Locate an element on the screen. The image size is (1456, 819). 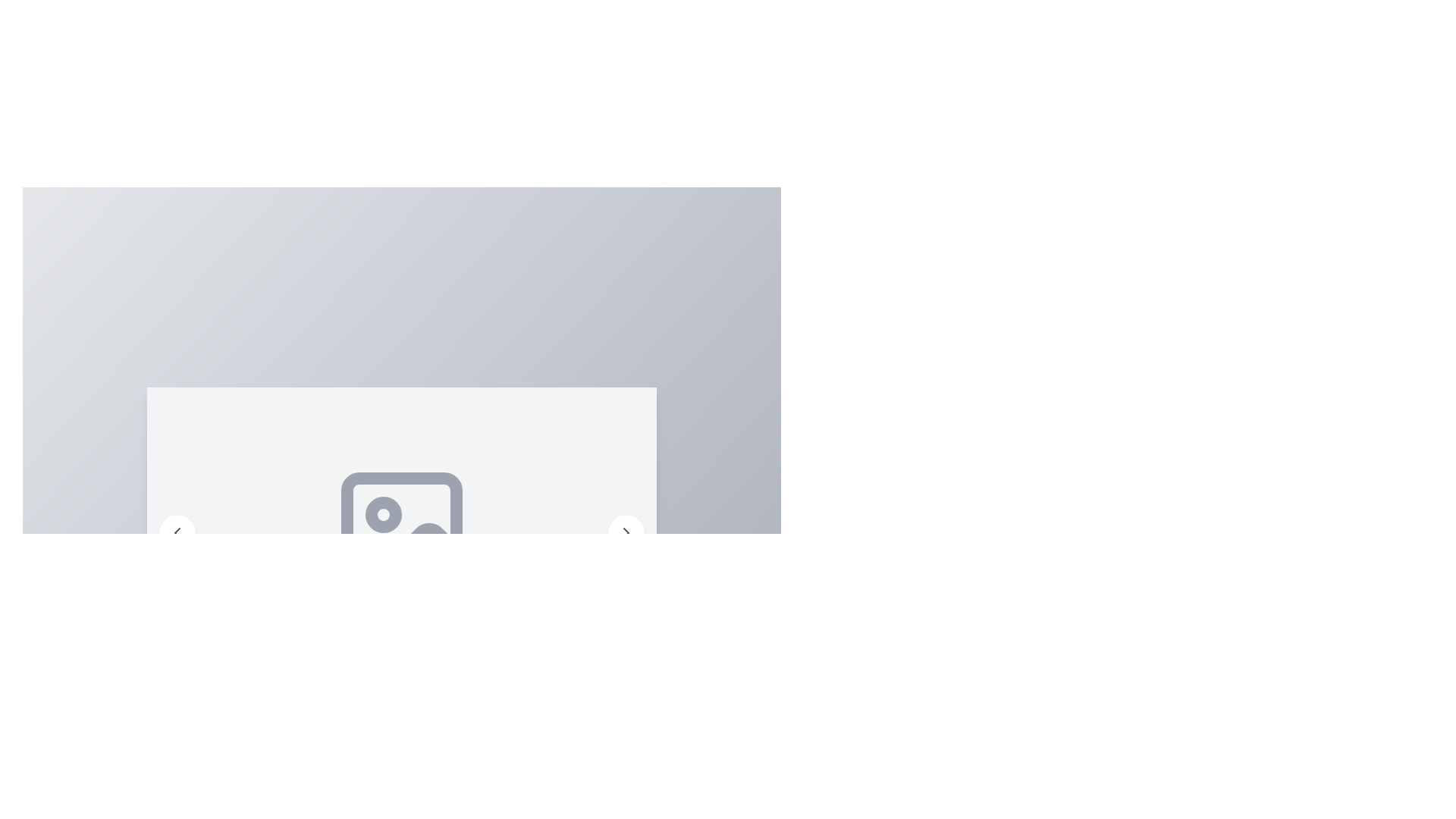
the circular button with a white background and a left-pointing chevron icon to move backward is located at coordinates (177, 532).